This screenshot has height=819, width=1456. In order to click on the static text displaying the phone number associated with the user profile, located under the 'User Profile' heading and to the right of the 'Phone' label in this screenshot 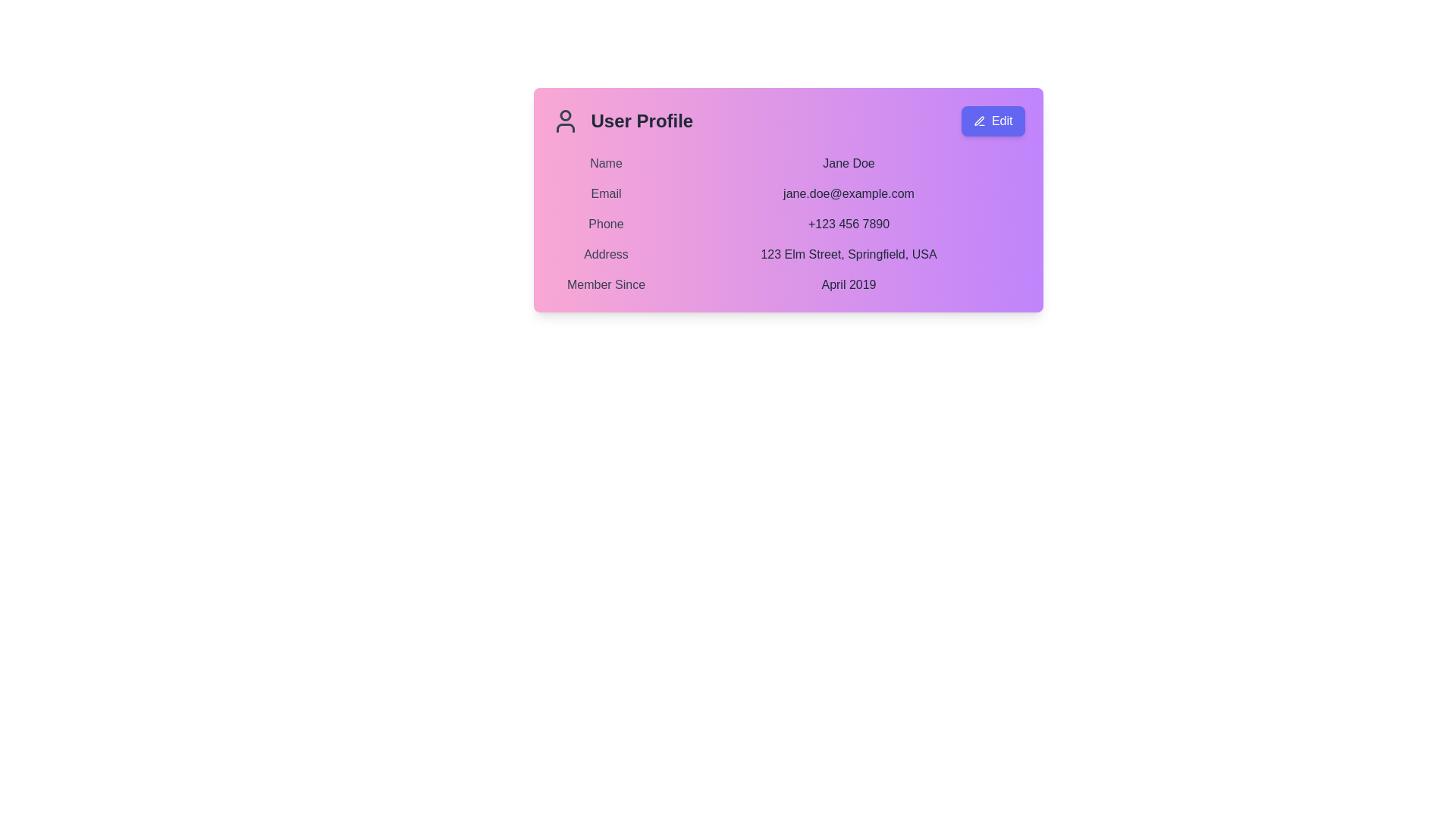, I will do `click(848, 224)`.